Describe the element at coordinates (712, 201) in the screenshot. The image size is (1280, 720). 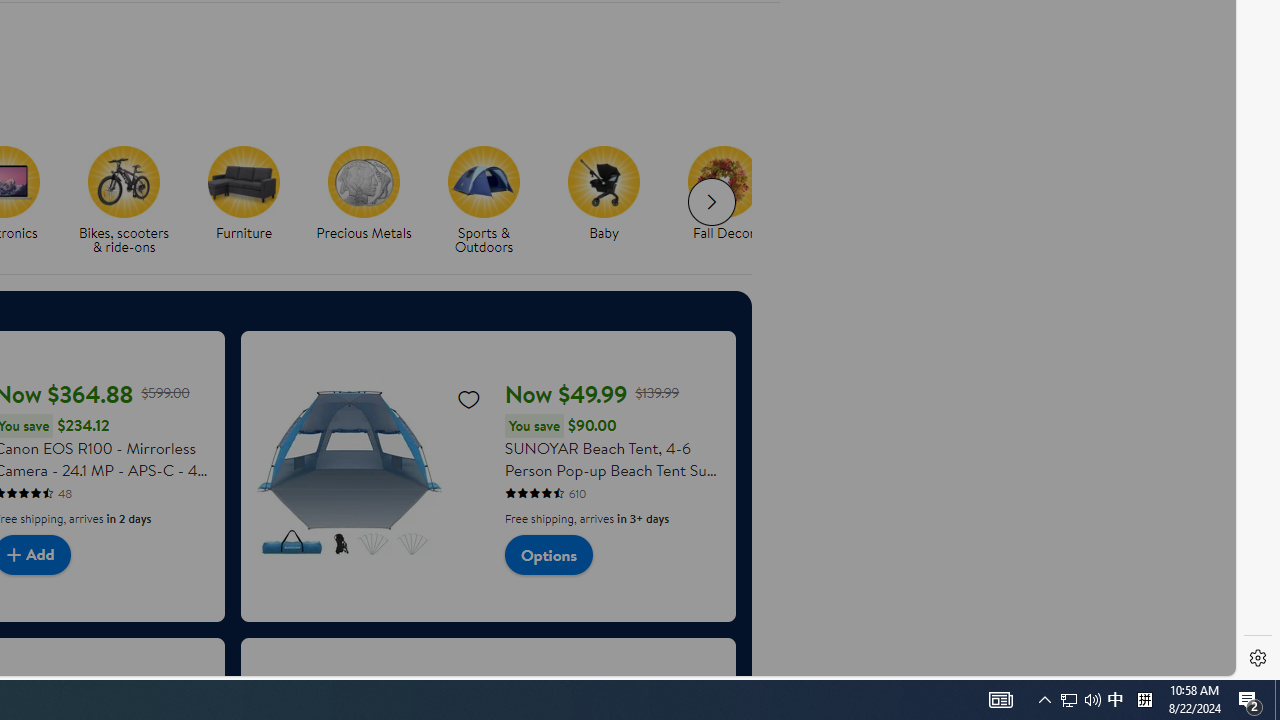
I see `'Next slide for chipModuleWithImages list'` at that location.